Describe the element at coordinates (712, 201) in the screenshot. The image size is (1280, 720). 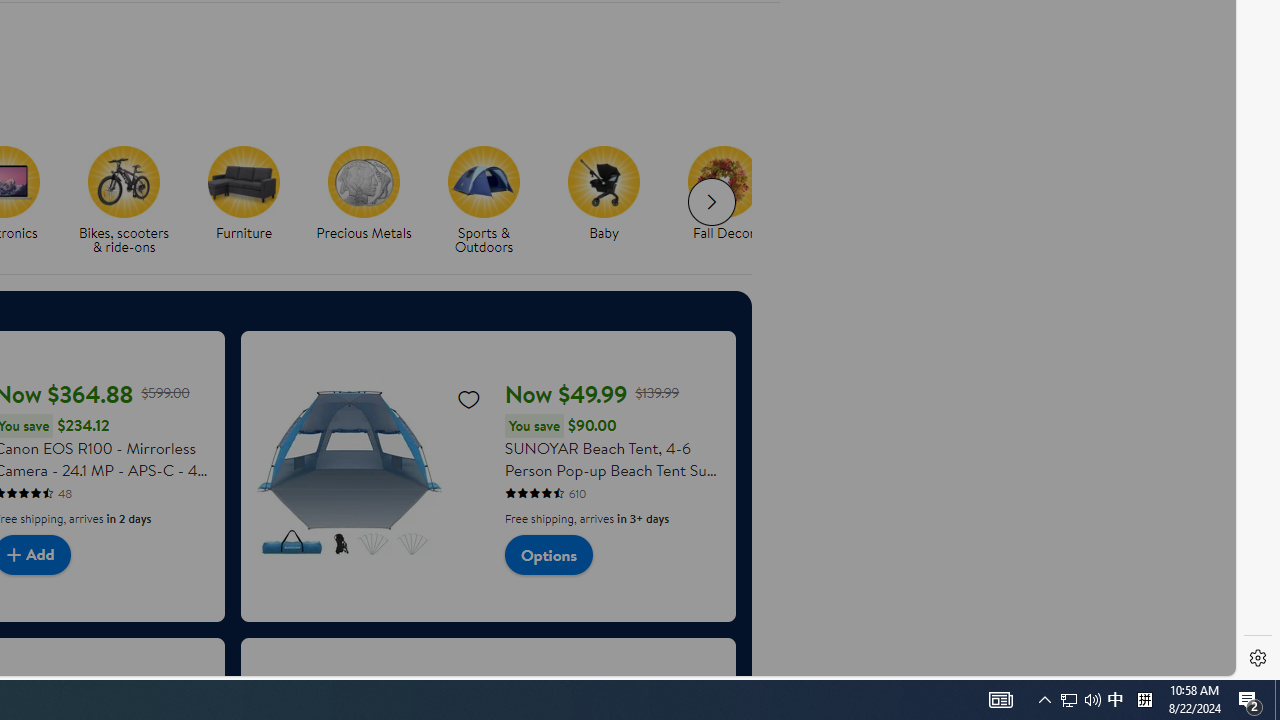
I see `'Next slide for chipModuleWithImages list'` at that location.